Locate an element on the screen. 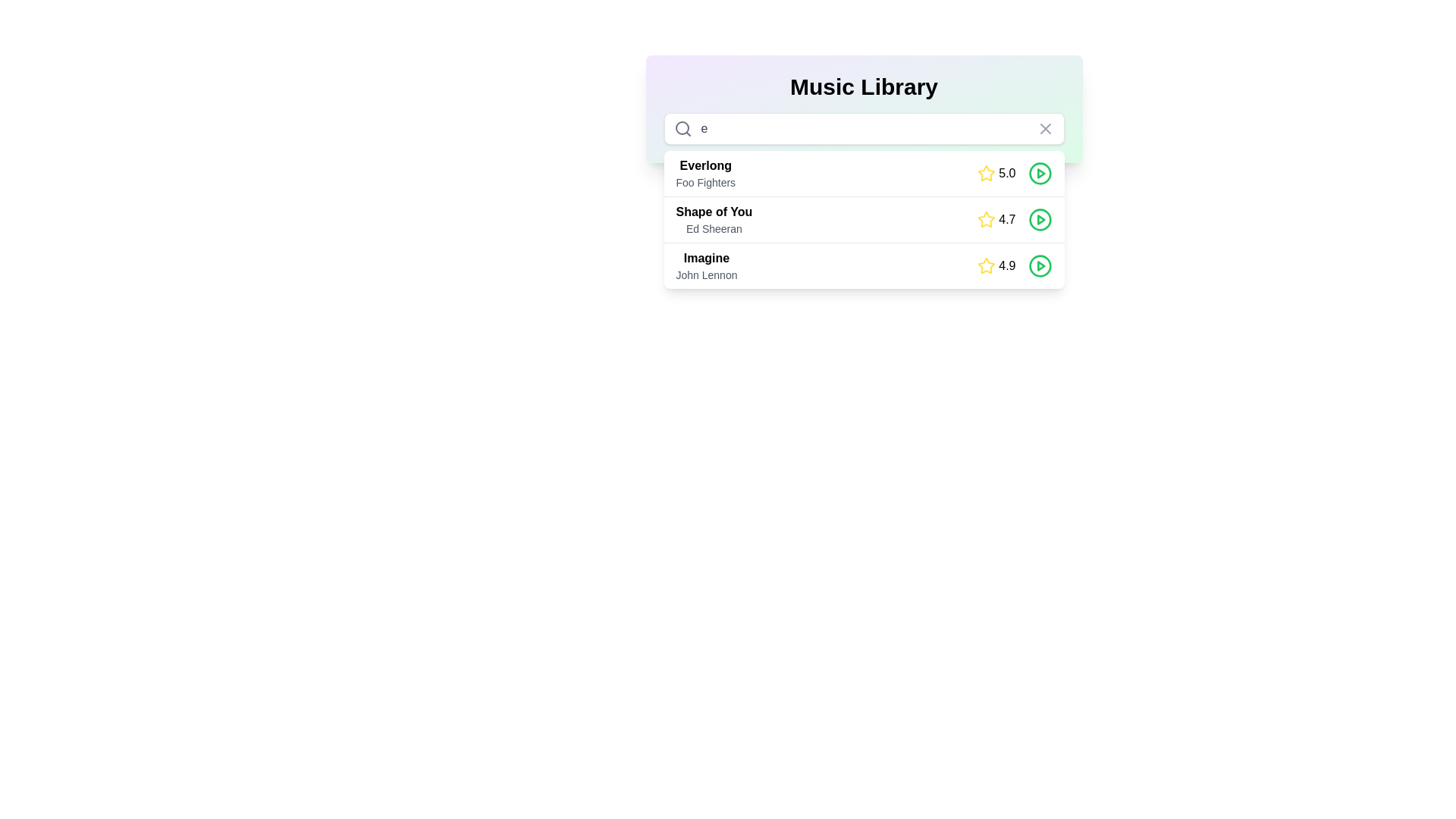  the SVG circle element that is part of the search icon located at the left end of the input field under the 'Music Library' heading is located at coordinates (681, 127).